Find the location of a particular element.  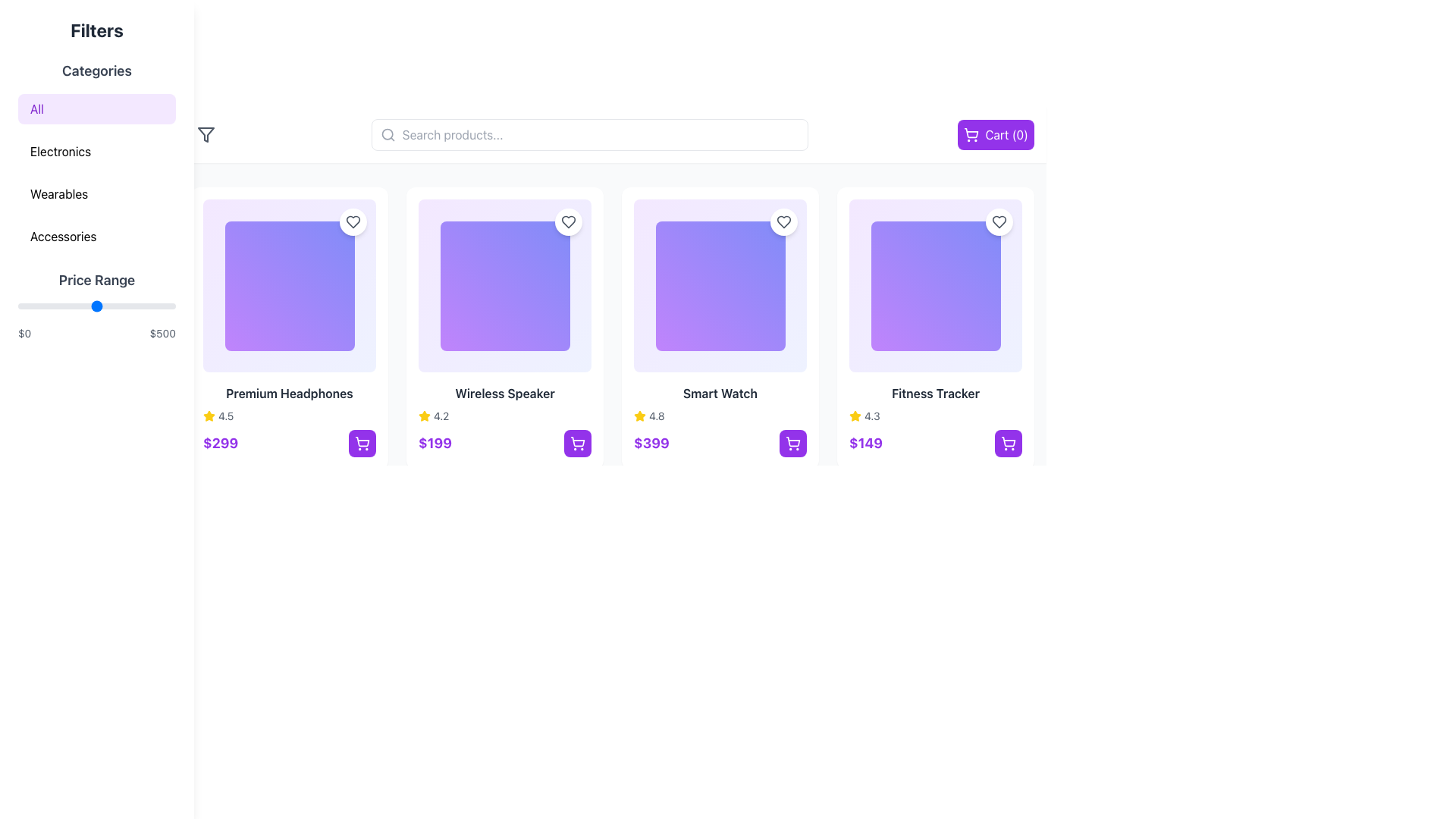

the heart-shaped icon button located in the top-right corner of the 'Wireless Speaker' product card to mark the product as favorite is located at coordinates (567, 222).